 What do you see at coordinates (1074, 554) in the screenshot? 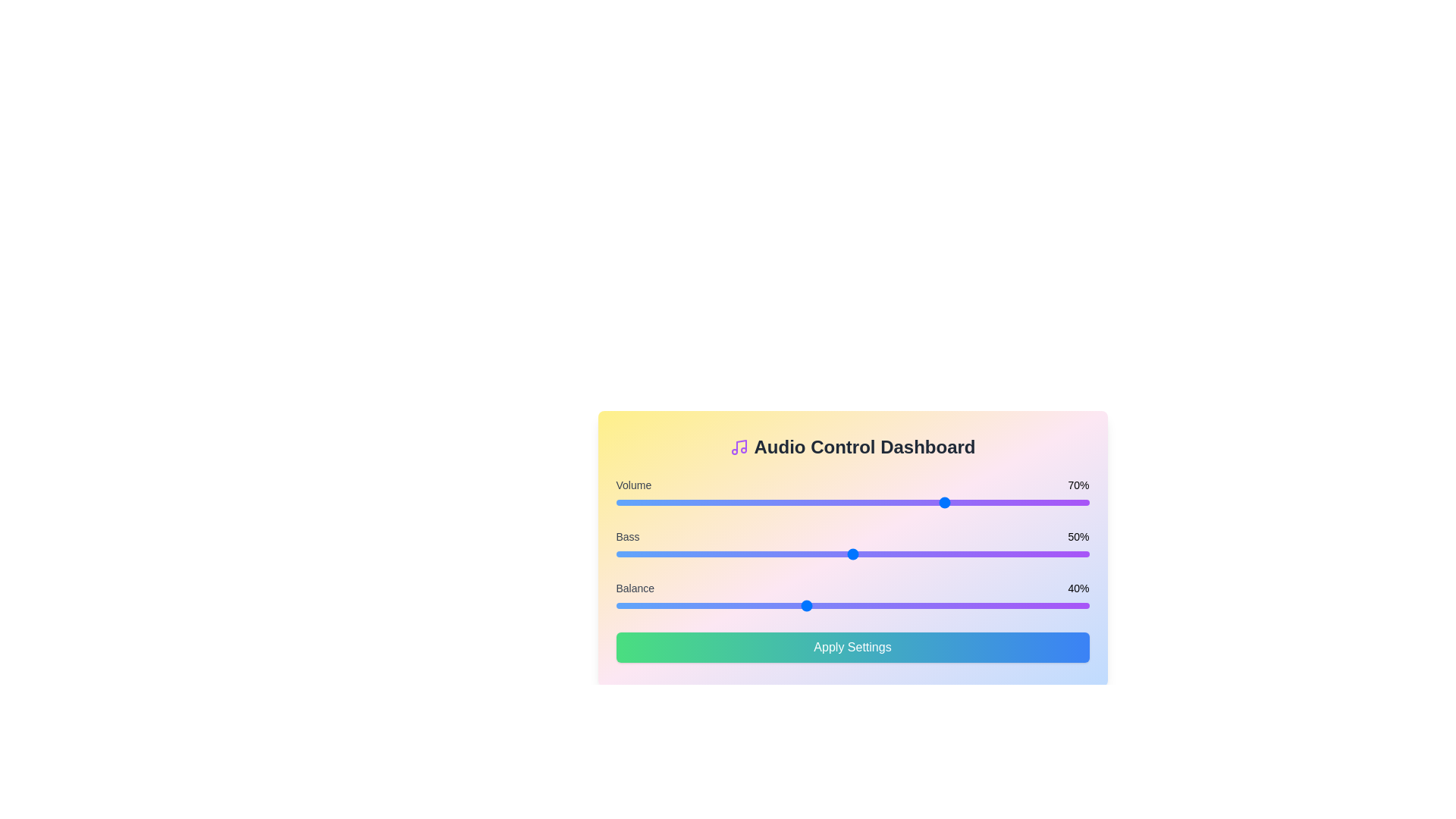
I see `bass` at bounding box center [1074, 554].